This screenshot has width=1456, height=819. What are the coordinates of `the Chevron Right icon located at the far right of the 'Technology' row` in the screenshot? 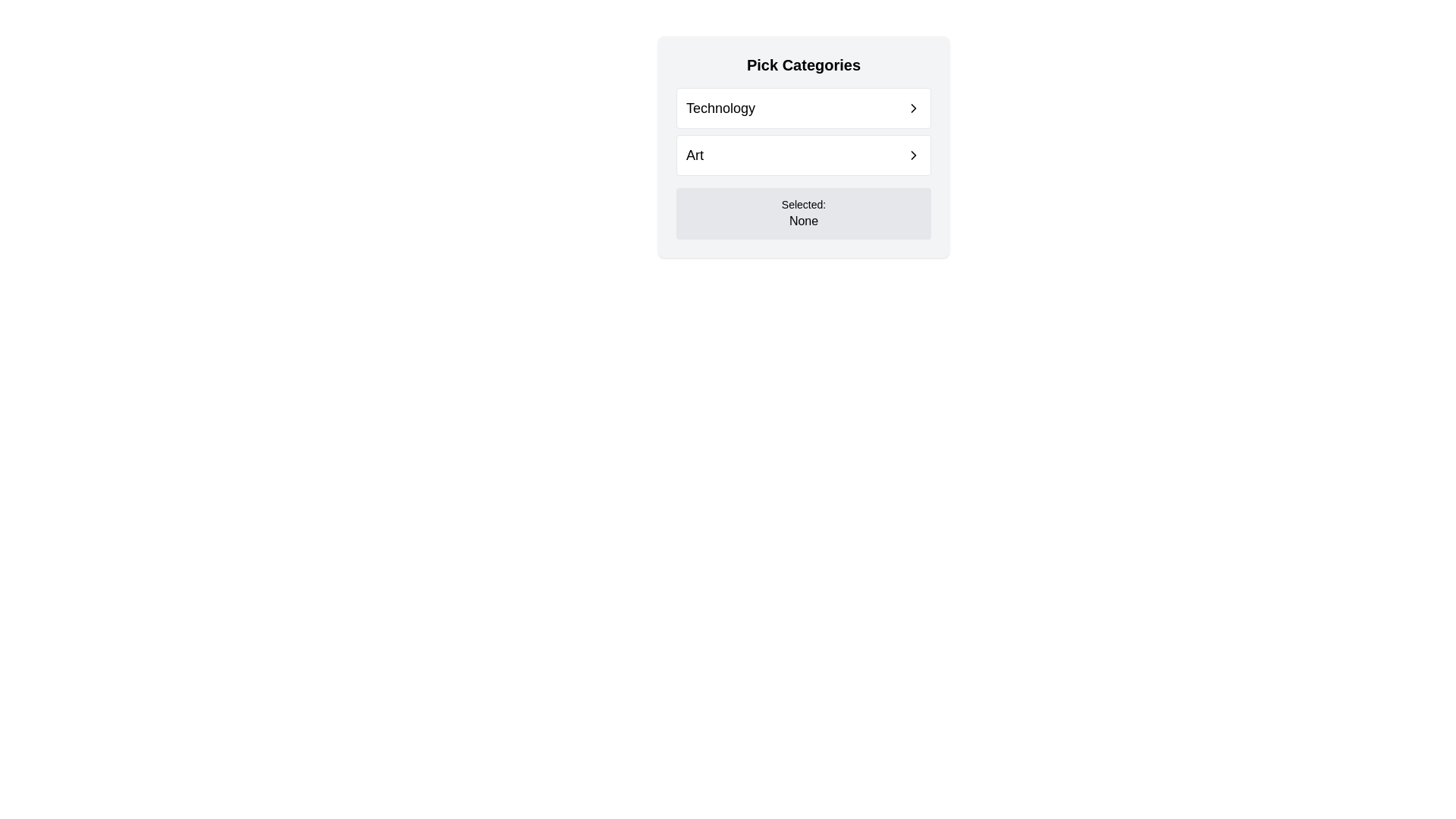 It's located at (912, 107).